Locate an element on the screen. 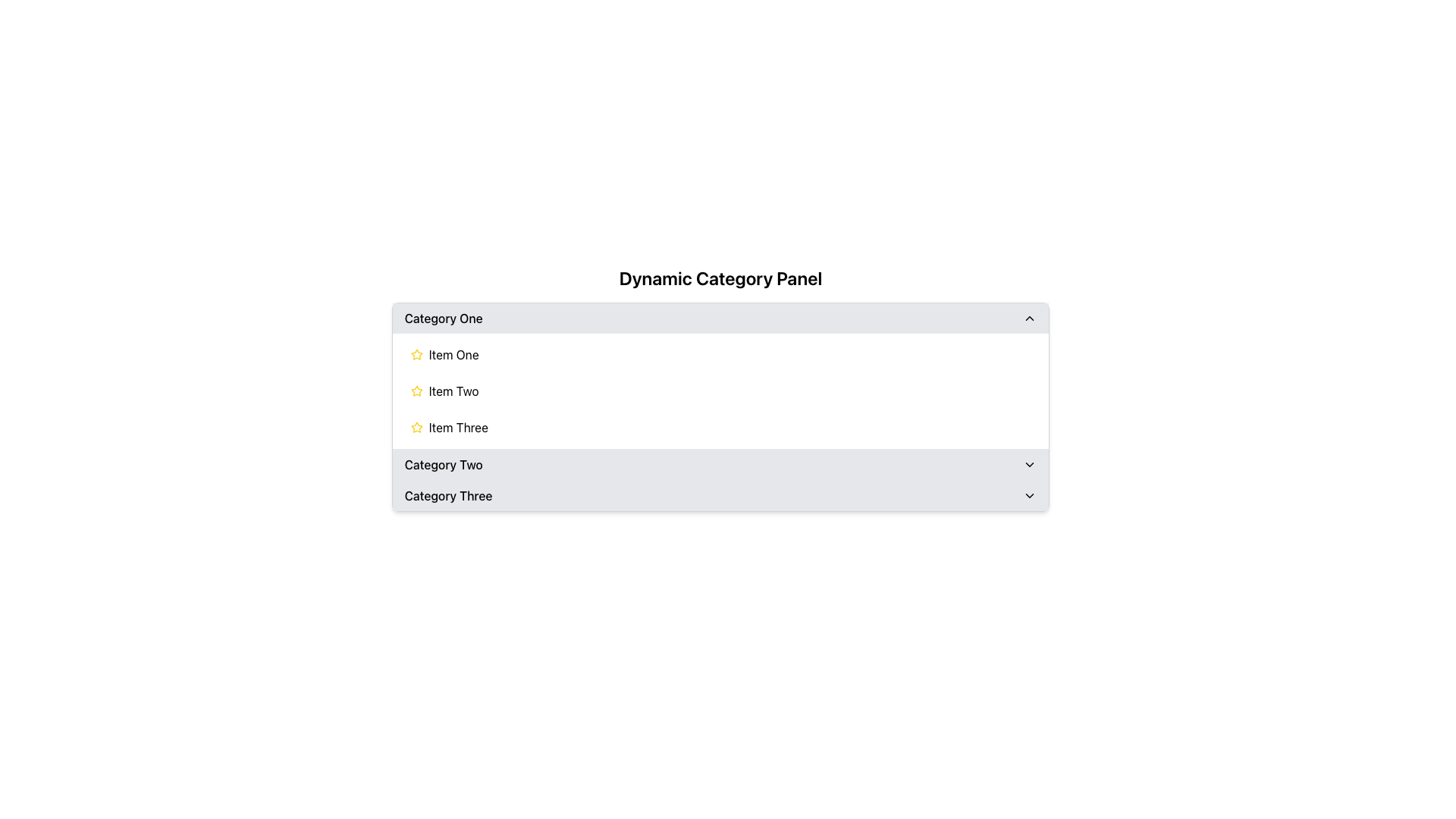 The width and height of the screenshot is (1456, 819). text from the bold and enlarged header labeled 'Dynamic Category Panel' located at the top of the panel is located at coordinates (720, 278).